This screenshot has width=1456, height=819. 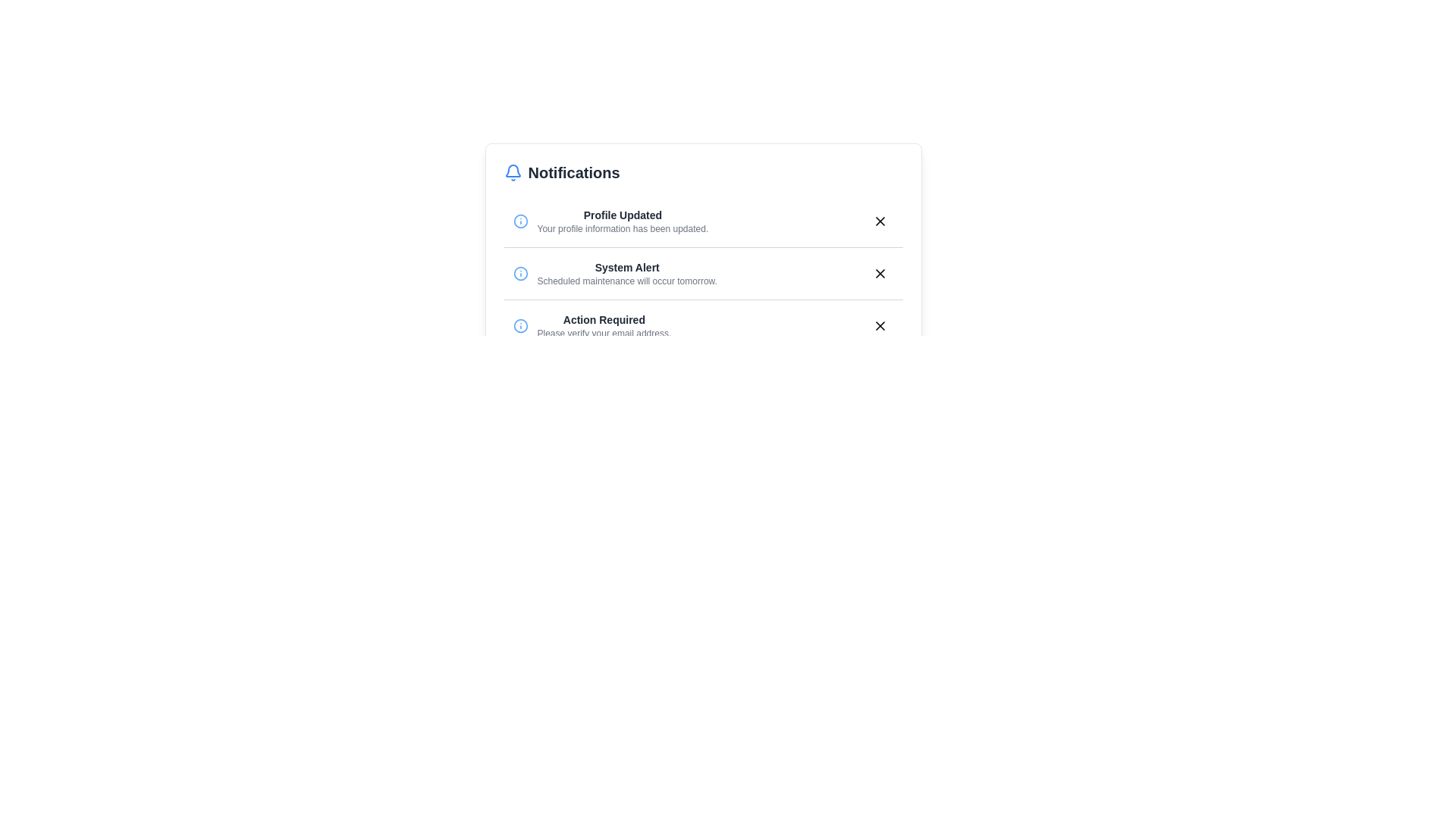 What do you see at coordinates (627, 281) in the screenshot?
I see `the text label displaying 'Scheduled maintenance will occur tomorrow.' located below the 'System Alert' title in the notification card` at bounding box center [627, 281].